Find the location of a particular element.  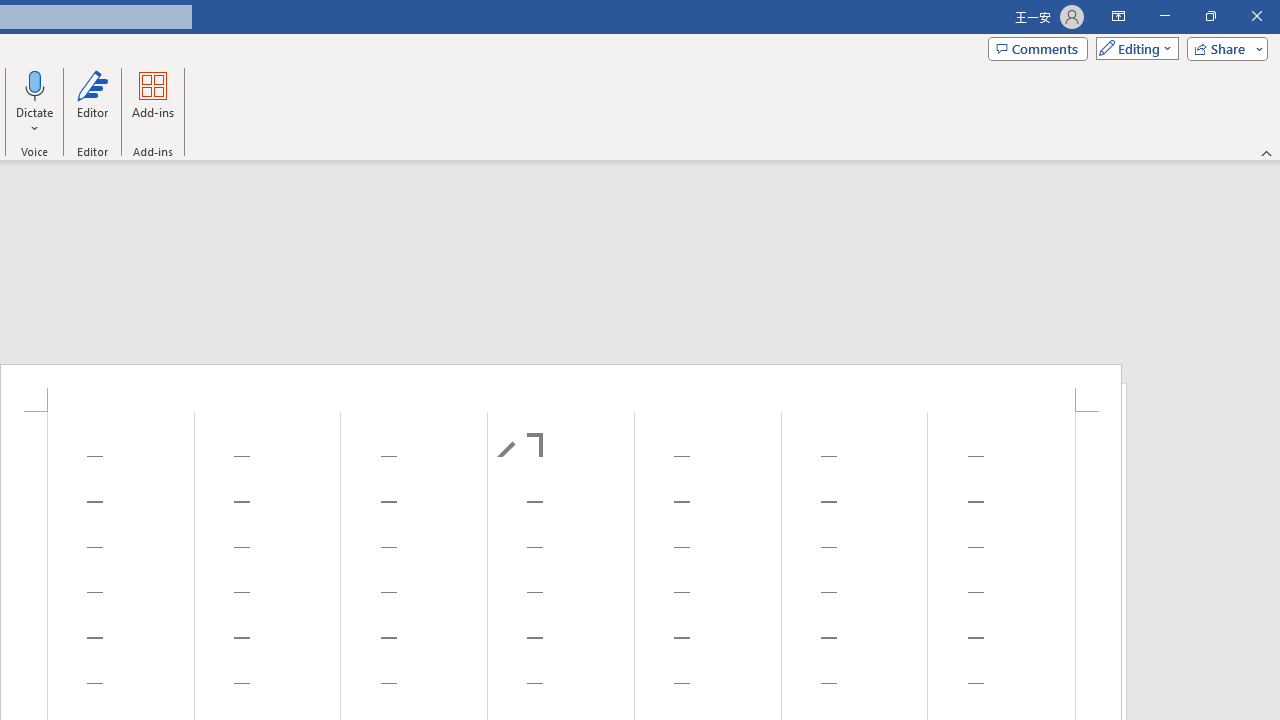

'Dictate' is located at coordinates (35, 103).